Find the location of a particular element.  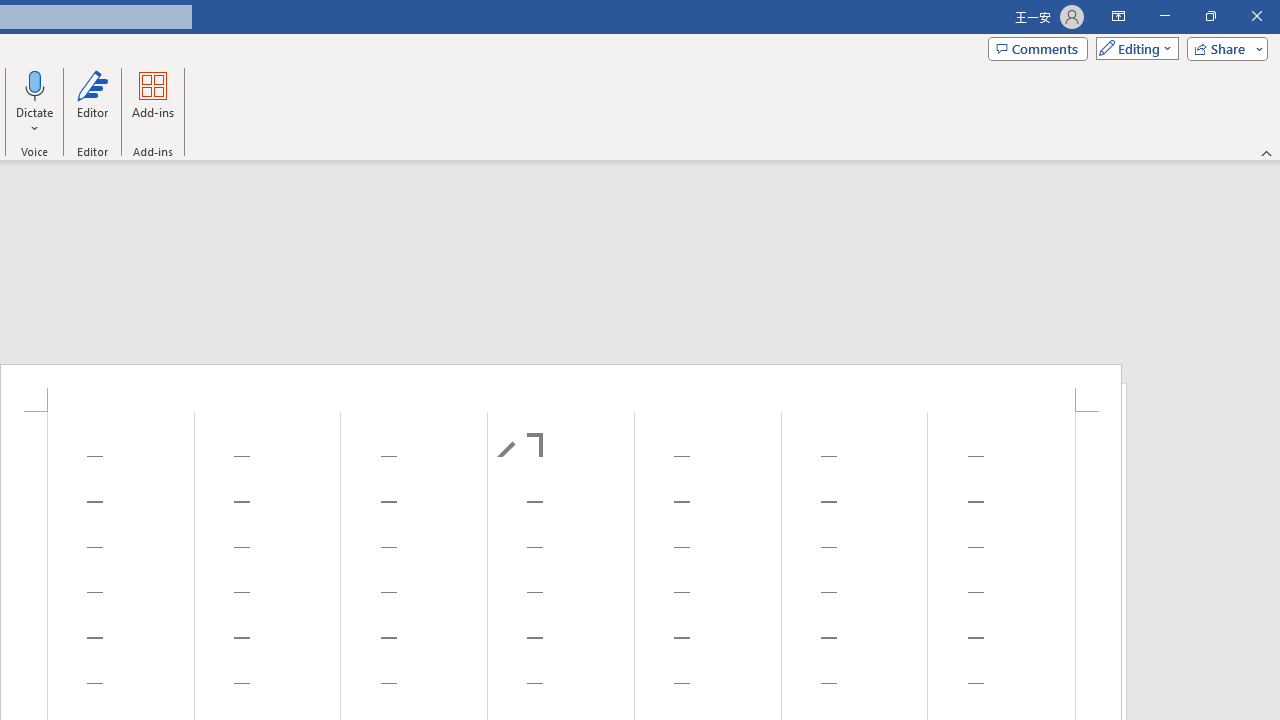

'Dictate' is located at coordinates (35, 103).